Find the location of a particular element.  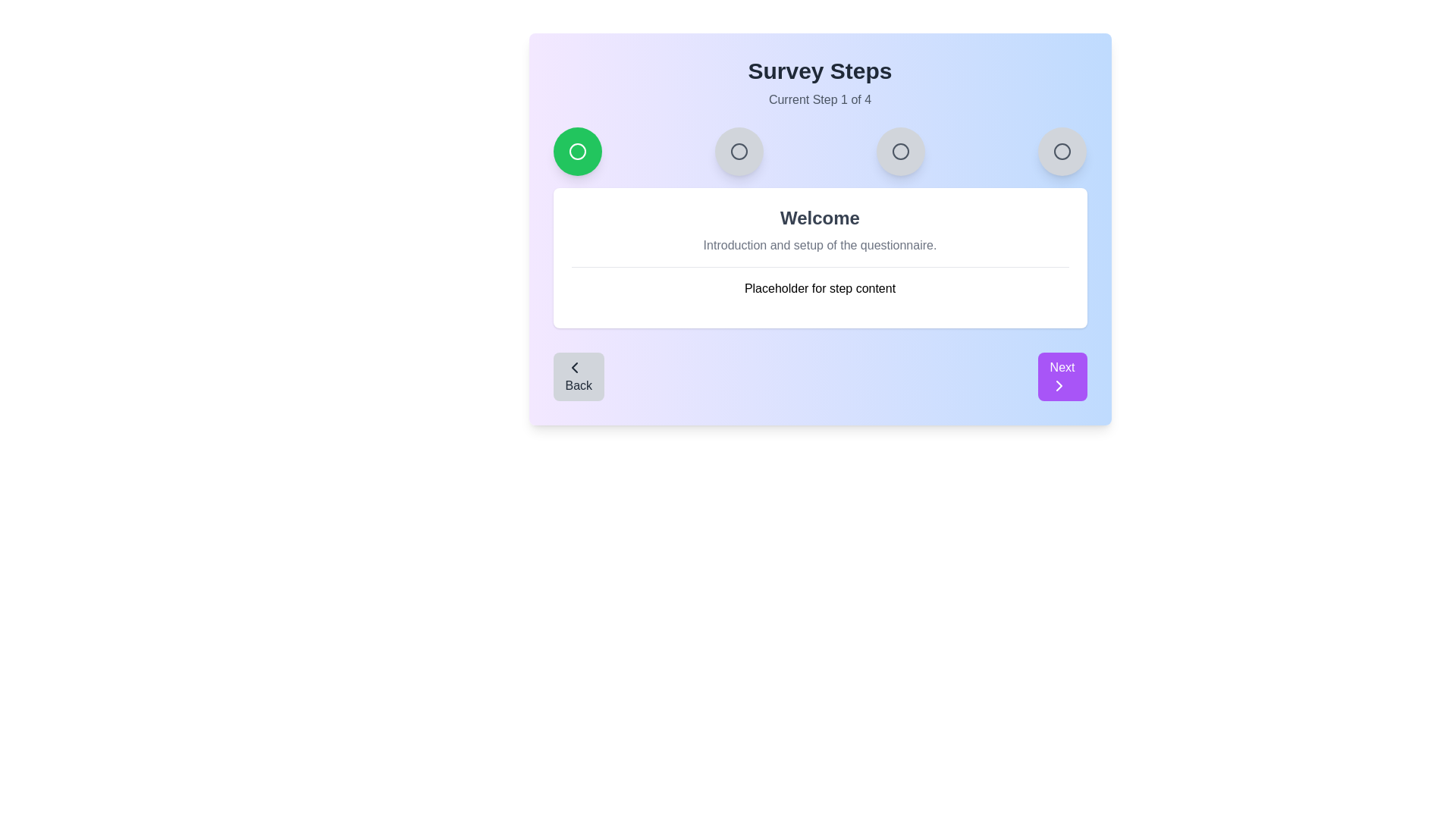

the fourth step indicator in the survey or progress bar at the top of the layout, which is aligned on the right end of the row is located at coordinates (1062, 152).